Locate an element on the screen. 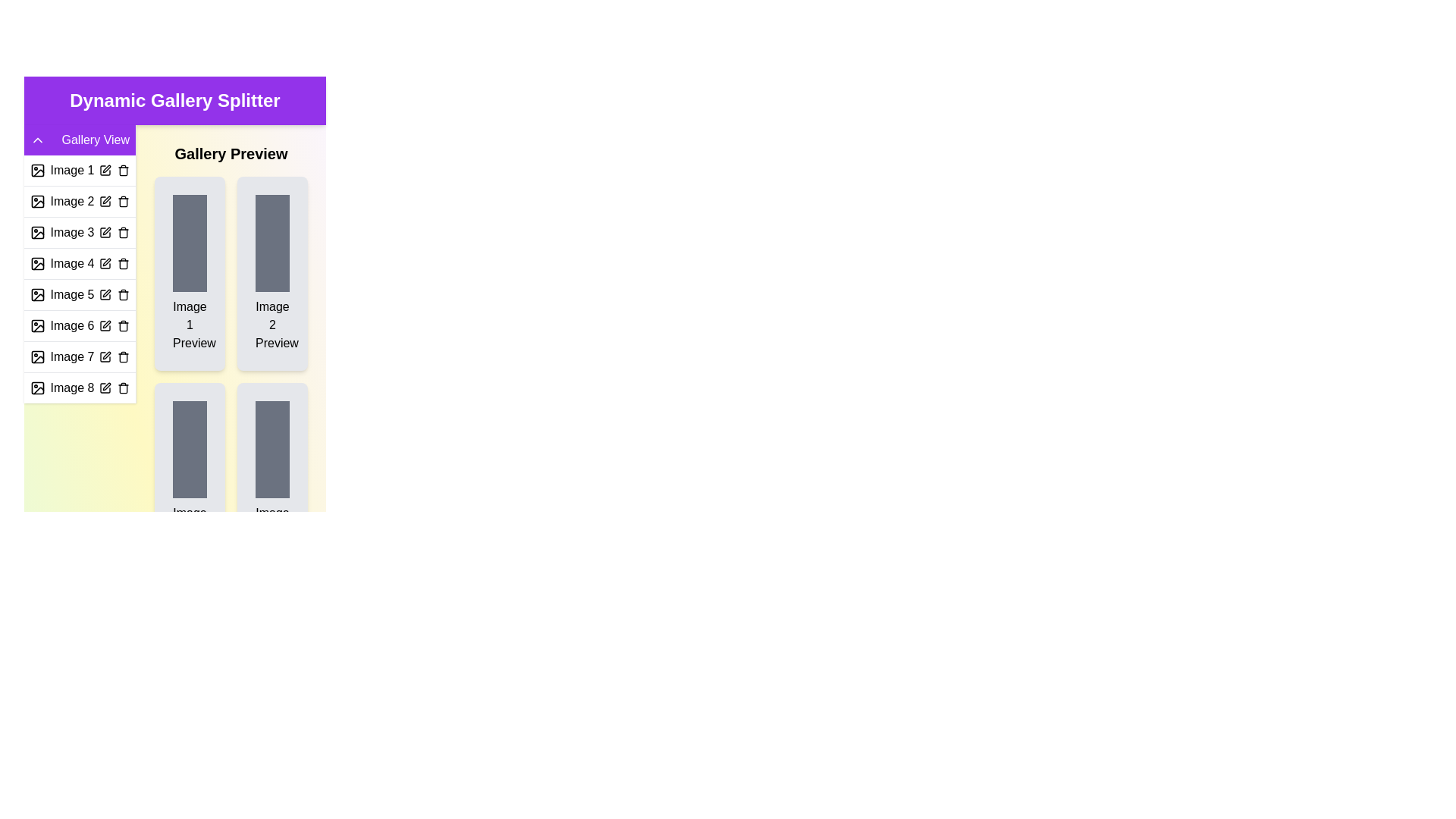  the delete icon of the first list item row labeled 'Image 1' in the 'Gallery View' panel is located at coordinates (79, 170).